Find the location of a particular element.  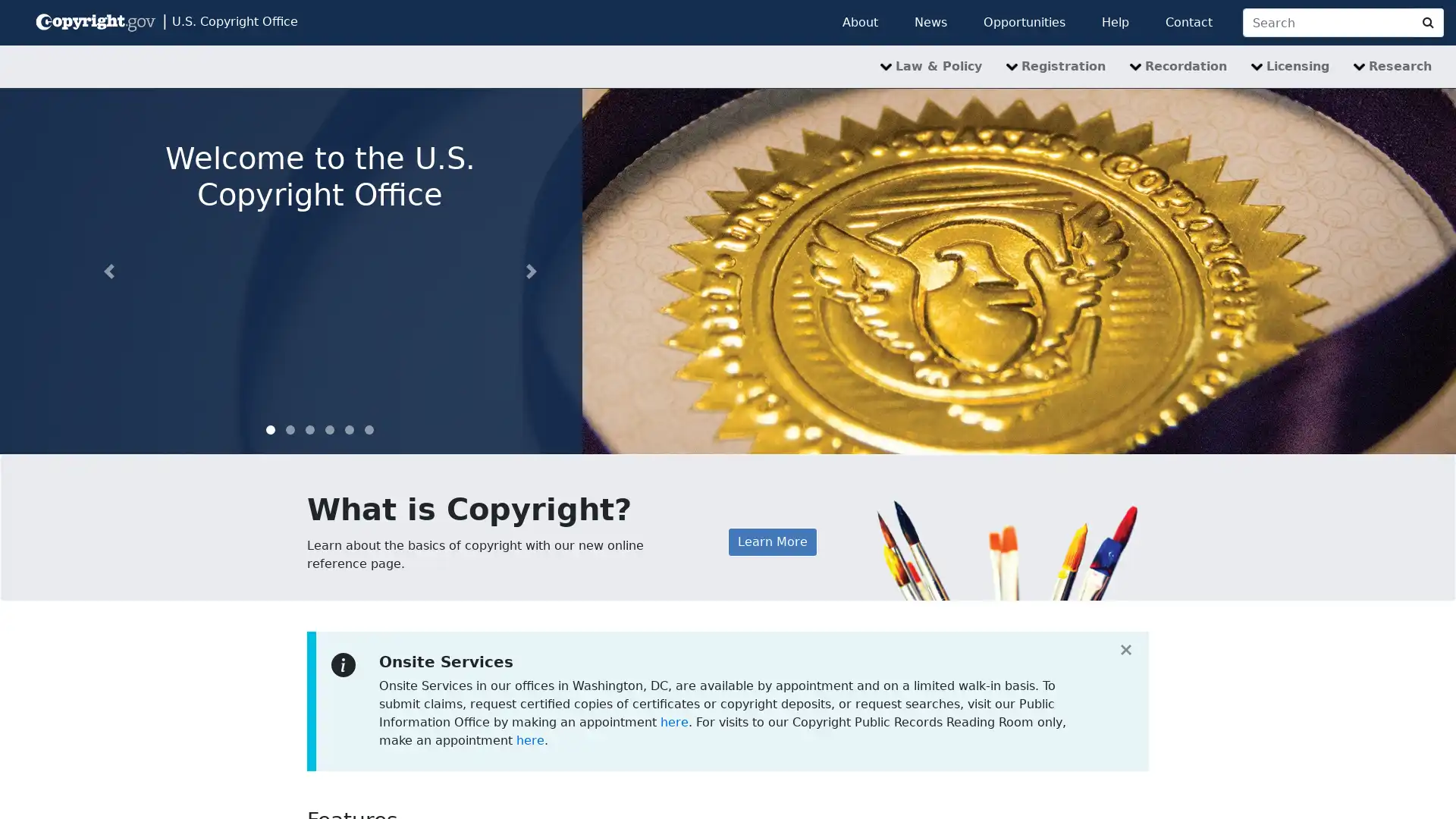

Next is located at coordinates (531, 270).